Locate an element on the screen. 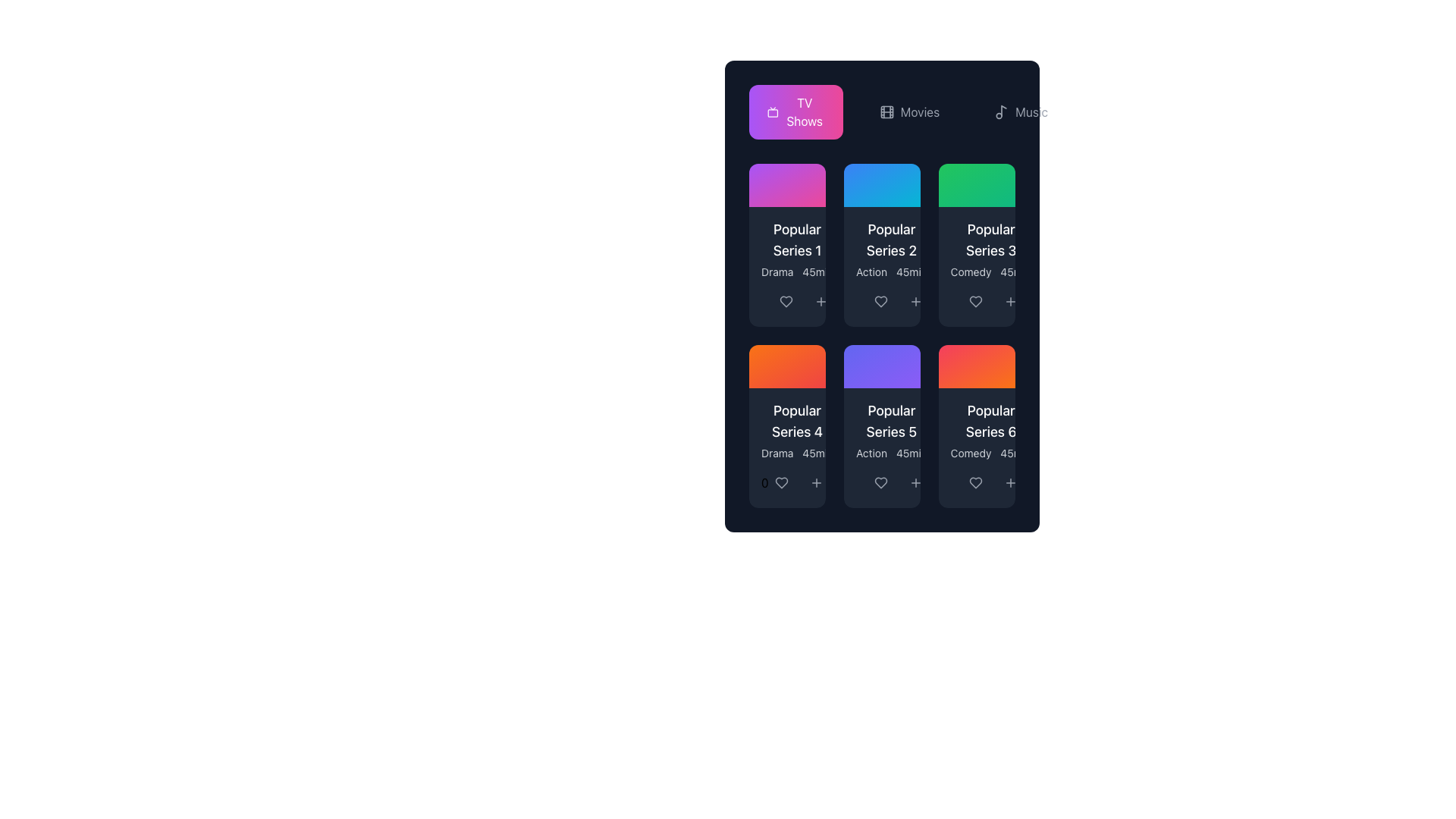  the 'plus' icon button located in the lower-right section of the 'Popular Series 2' card, which features a minimalistic design and transitions from gray to white on hover is located at coordinates (915, 301).